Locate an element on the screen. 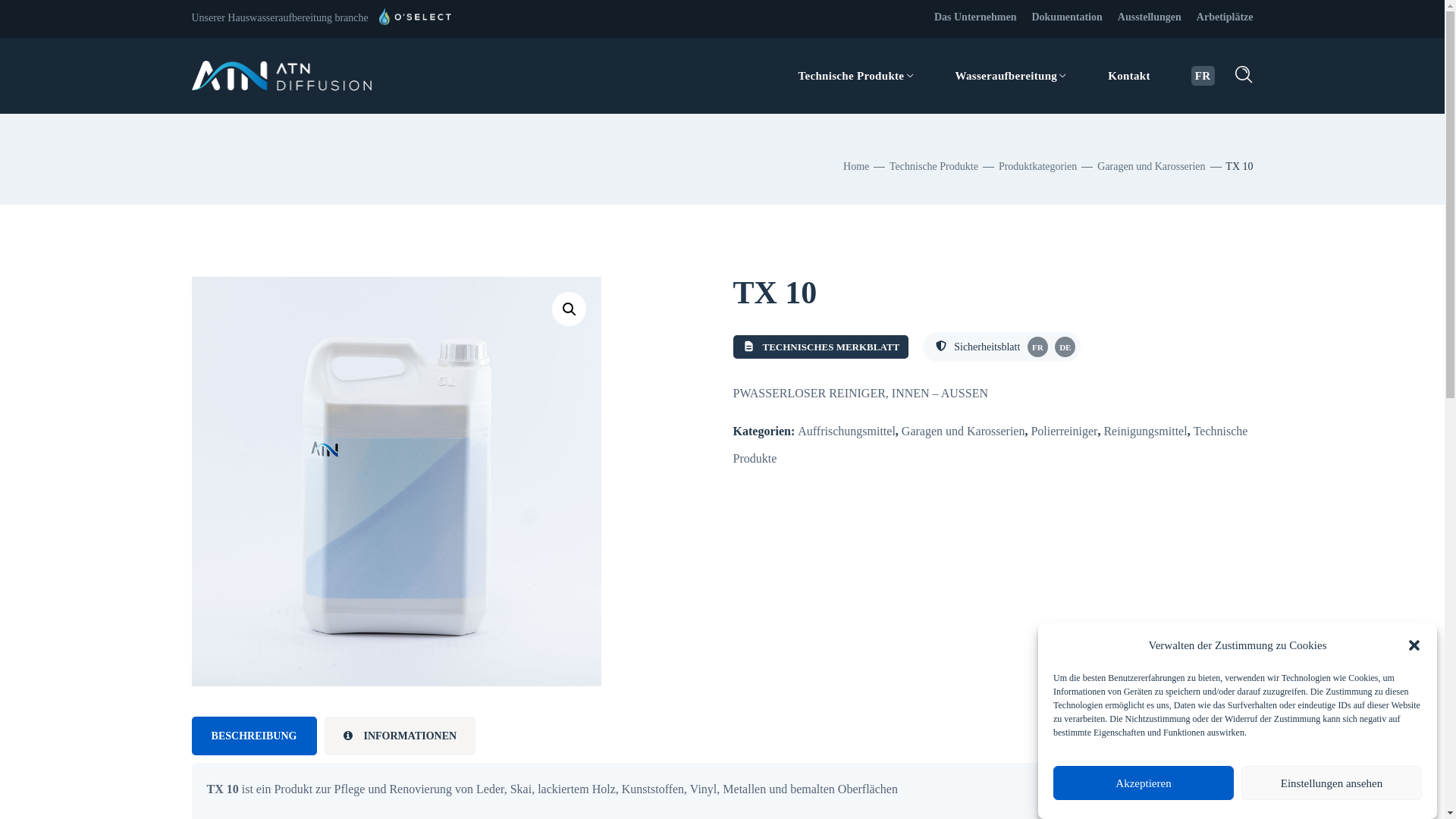 The image size is (1456, 819). 'Auffrischungsmittel' is located at coordinates (846, 431).